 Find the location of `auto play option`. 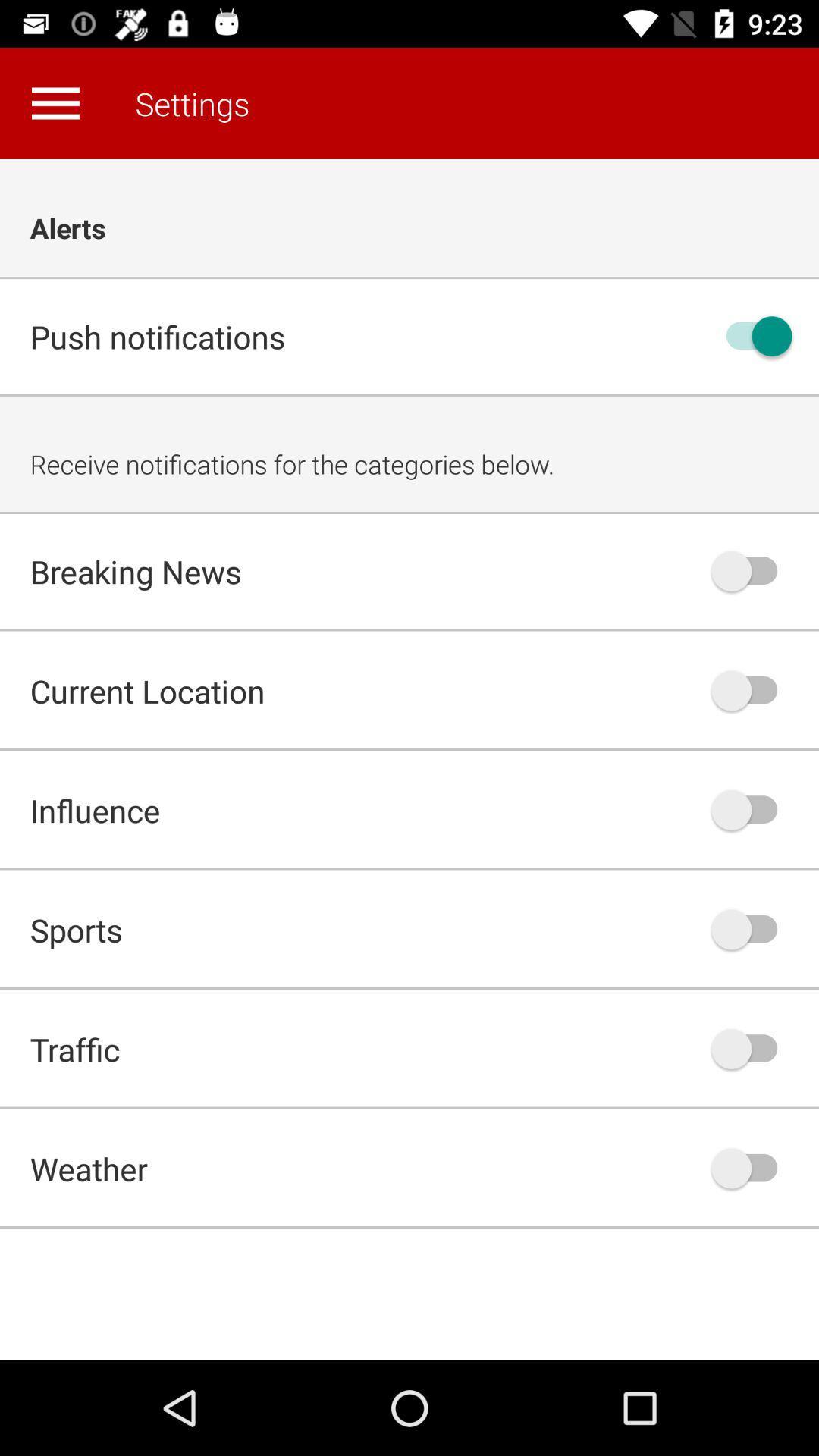

auto play option is located at coordinates (752, 1048).